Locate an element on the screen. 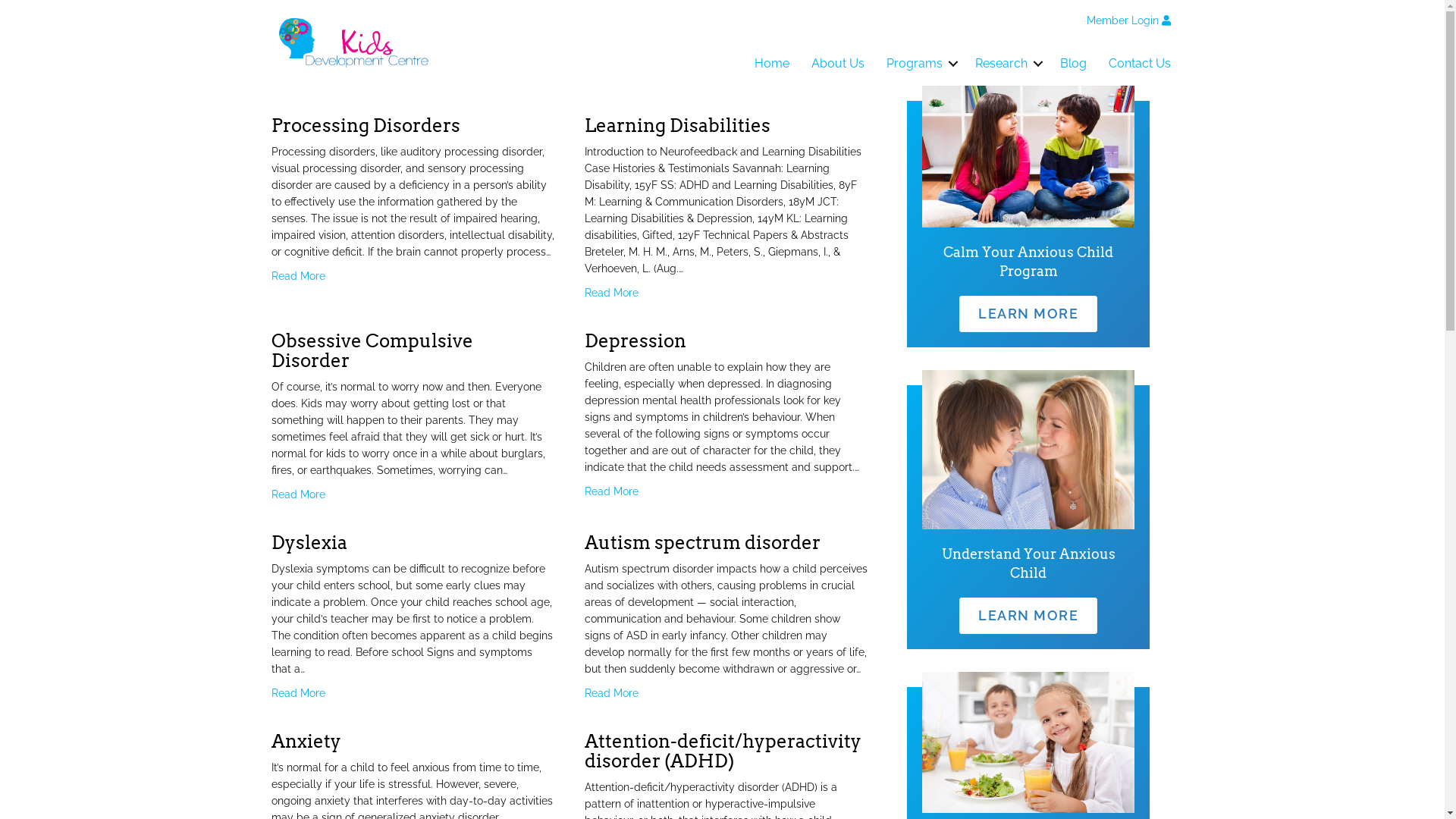 Image resolution: width=1456 pixels, height=819 pixels. 'Read More' is located at coordinates (271, 693).